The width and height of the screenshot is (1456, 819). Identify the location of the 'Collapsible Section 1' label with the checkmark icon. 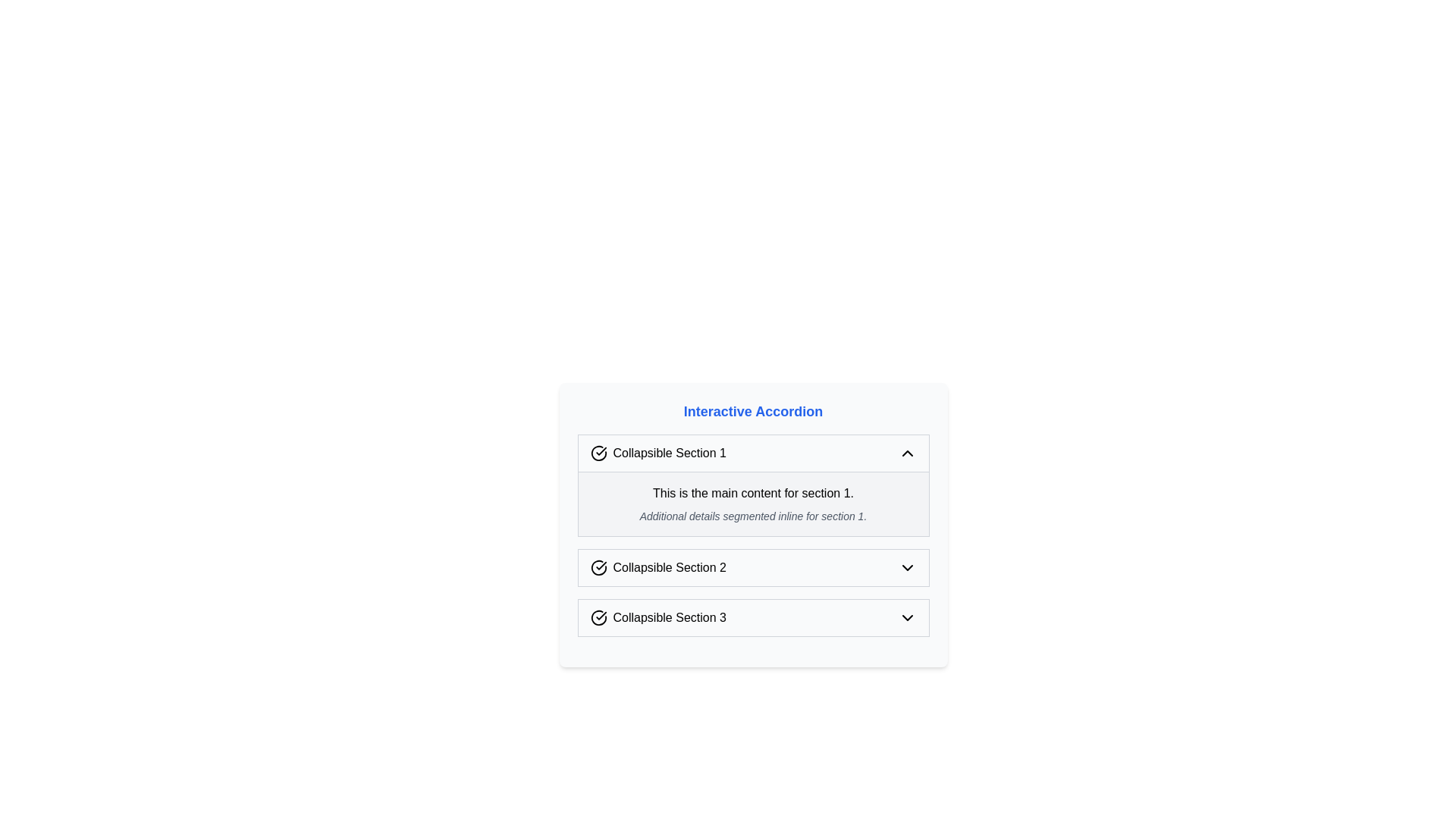
(658, 452).